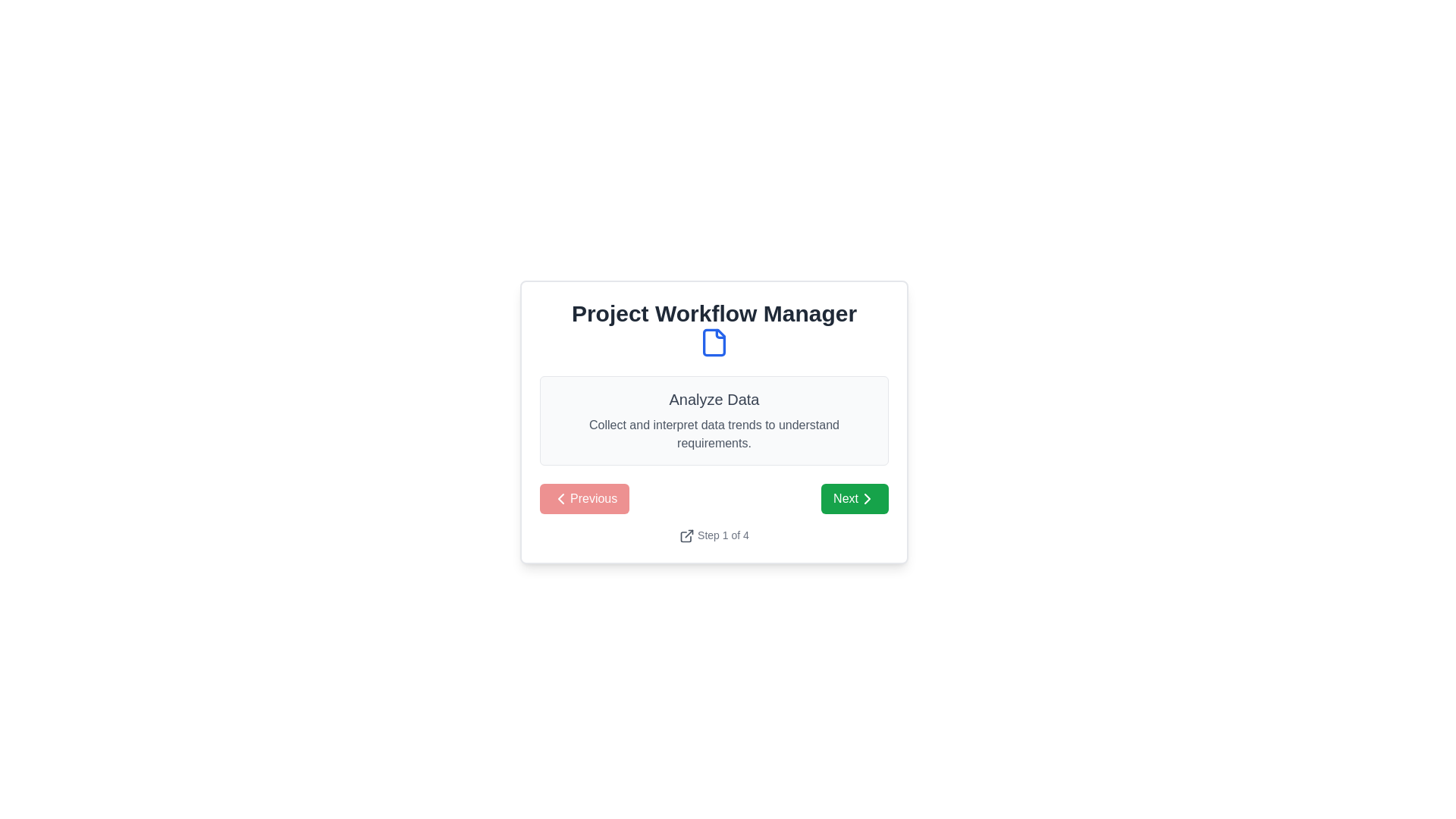  I want to click on the left-pointing chevron icon within the 'Previous' button, so click(560, 499).